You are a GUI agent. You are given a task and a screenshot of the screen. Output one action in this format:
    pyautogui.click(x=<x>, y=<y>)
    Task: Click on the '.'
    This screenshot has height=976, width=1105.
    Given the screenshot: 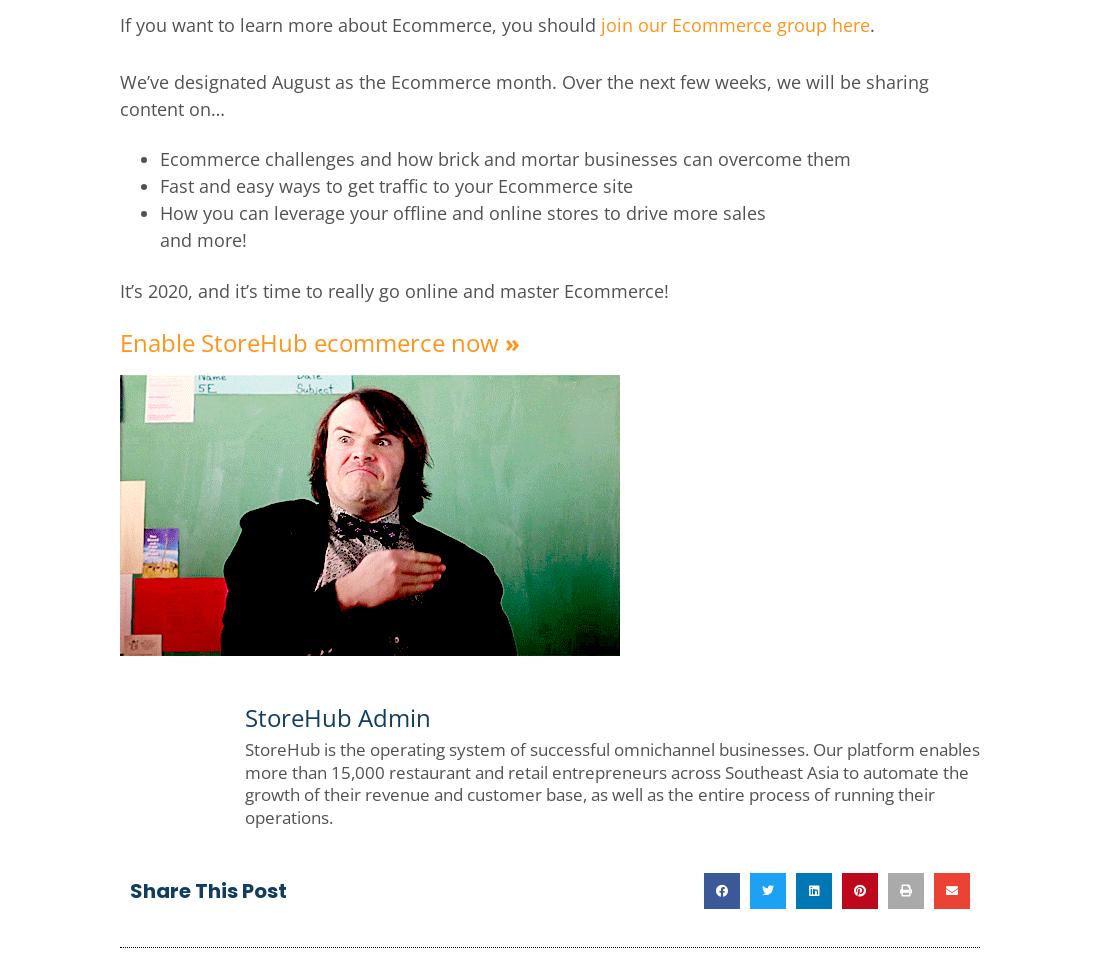 What is the action you would take?
    pyautogui.click(x=868, y=24)
    